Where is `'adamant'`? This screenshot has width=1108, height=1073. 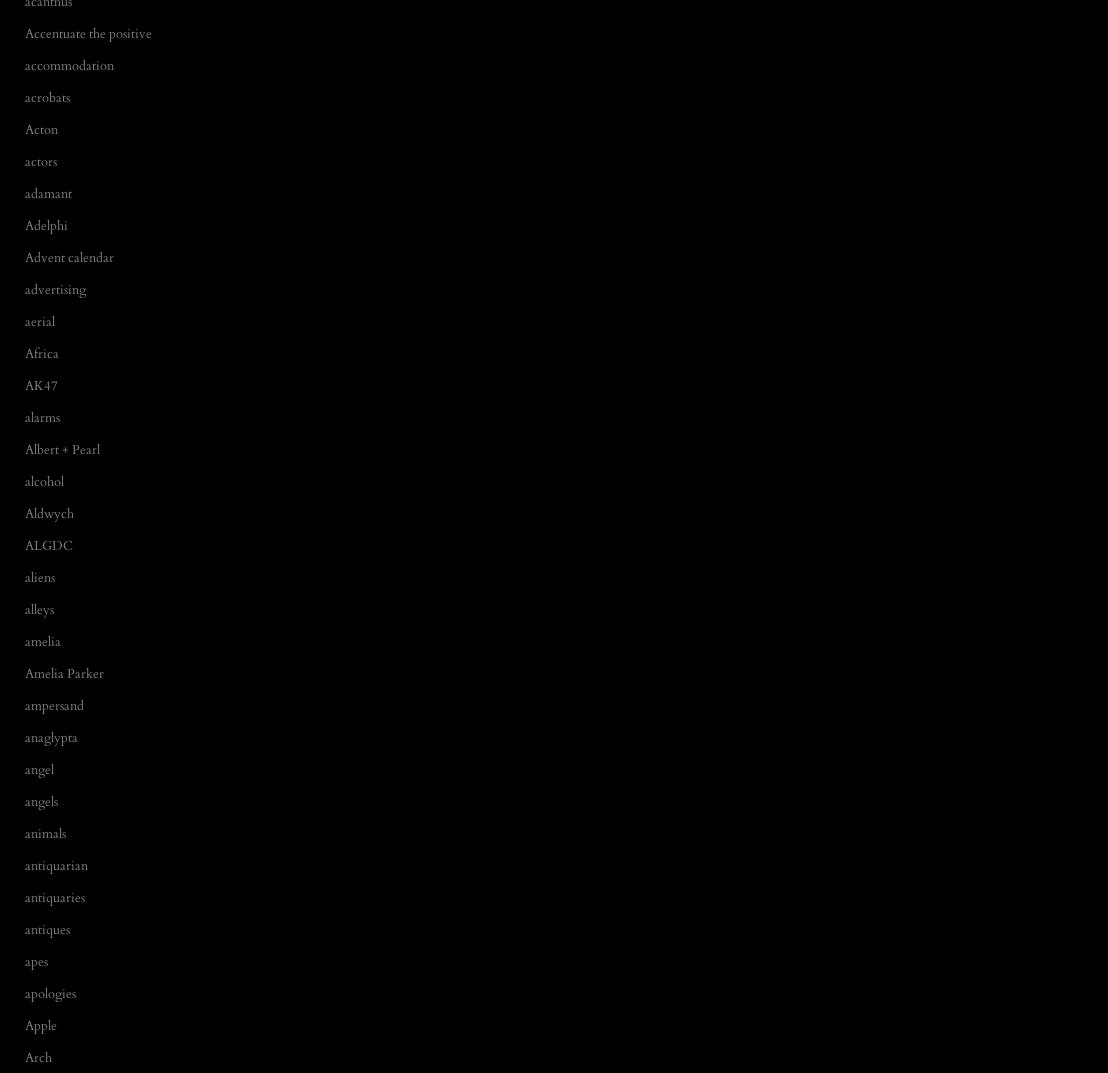
'adamant' is located at coordinates (25, 193).